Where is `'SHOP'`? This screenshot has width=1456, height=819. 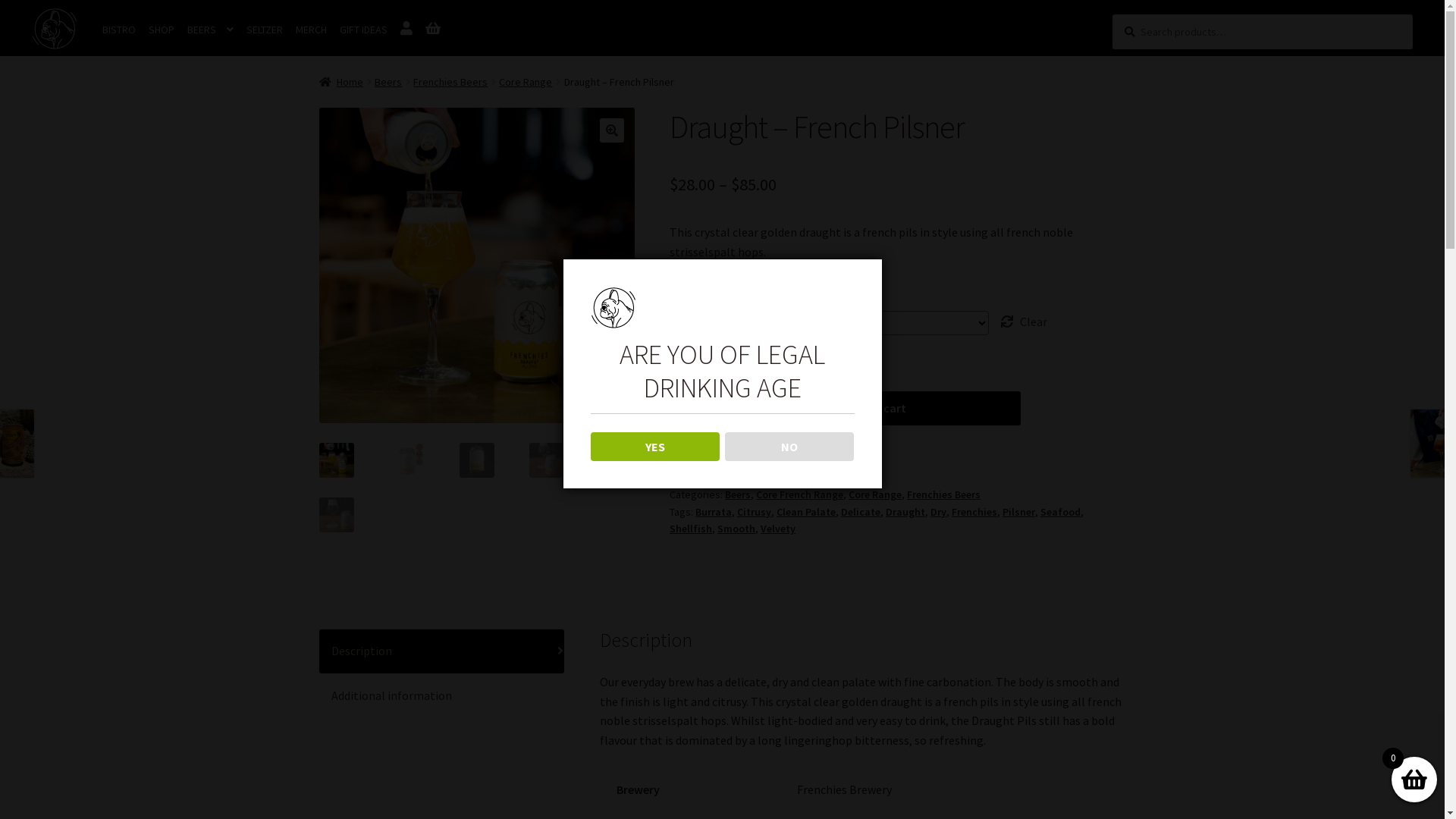
'SHOP' is located at coordinates (143, 30).